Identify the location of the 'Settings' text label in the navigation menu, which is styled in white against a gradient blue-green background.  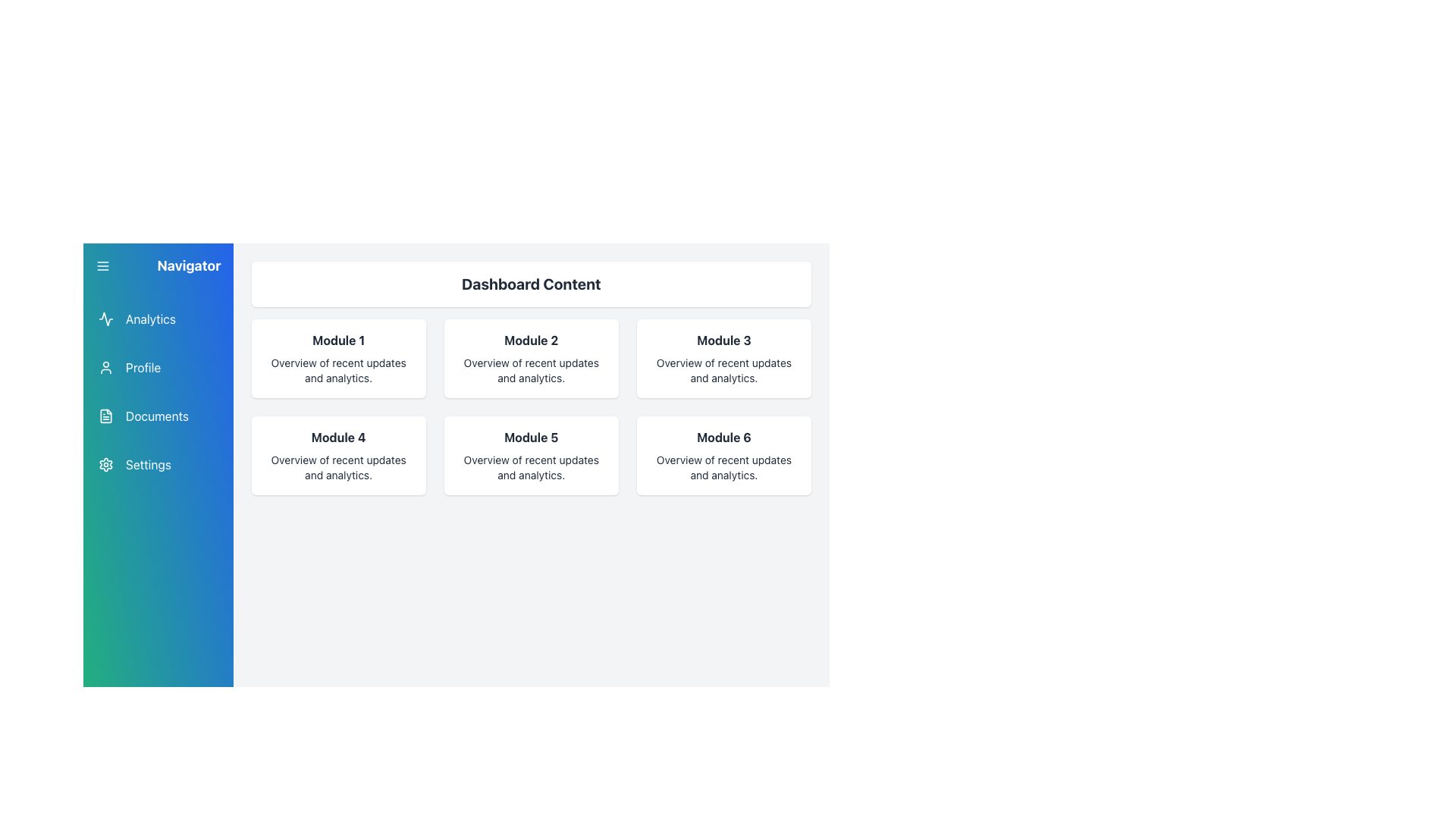
(149, 464).